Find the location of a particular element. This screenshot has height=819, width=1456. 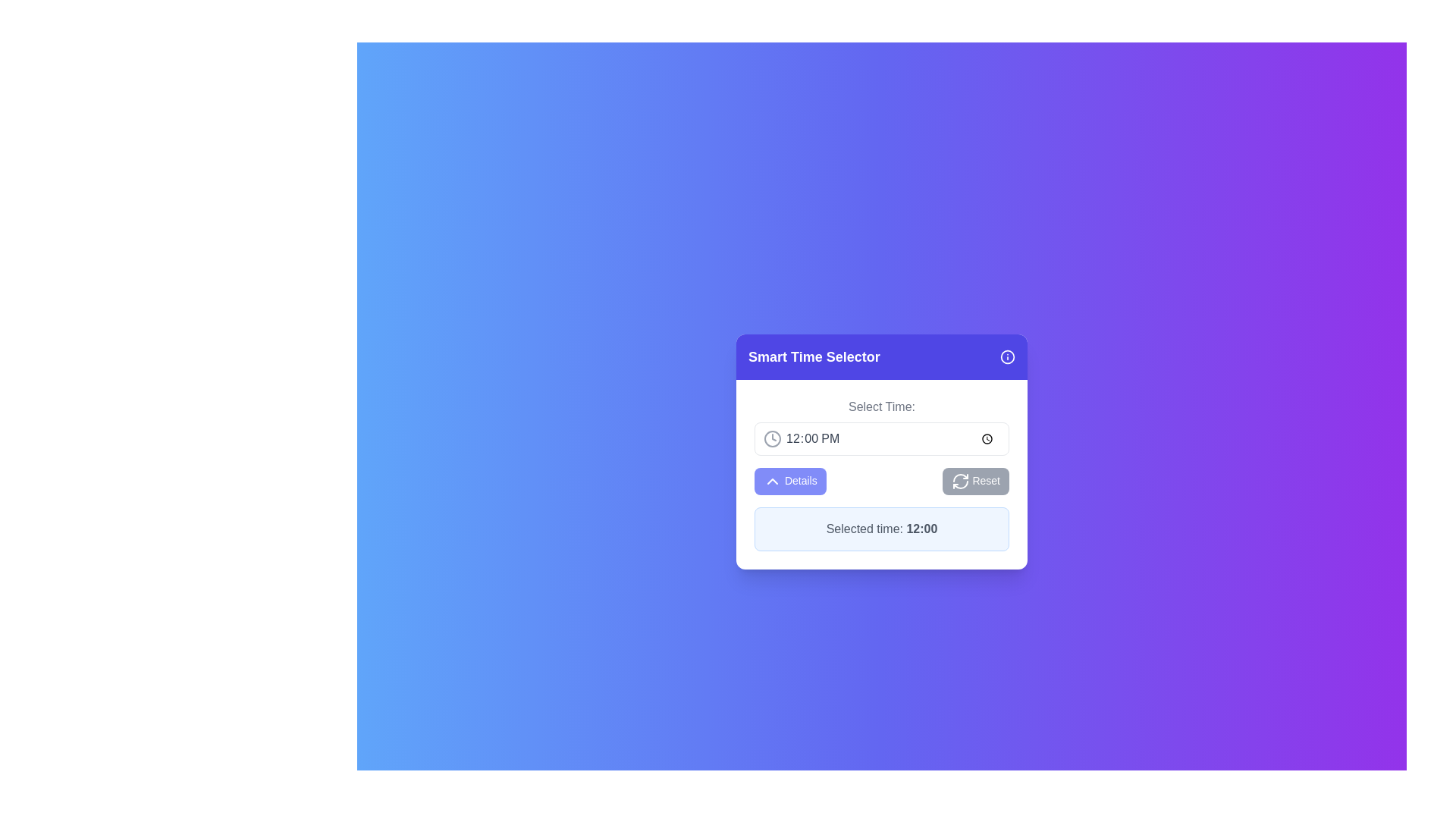

the Informational icon, a circular blue icon with a white outline and an exclamation mark, located in the top-right corner of the purple header beside 'Smart Time Selector' is located at coordinates (1008, 356).